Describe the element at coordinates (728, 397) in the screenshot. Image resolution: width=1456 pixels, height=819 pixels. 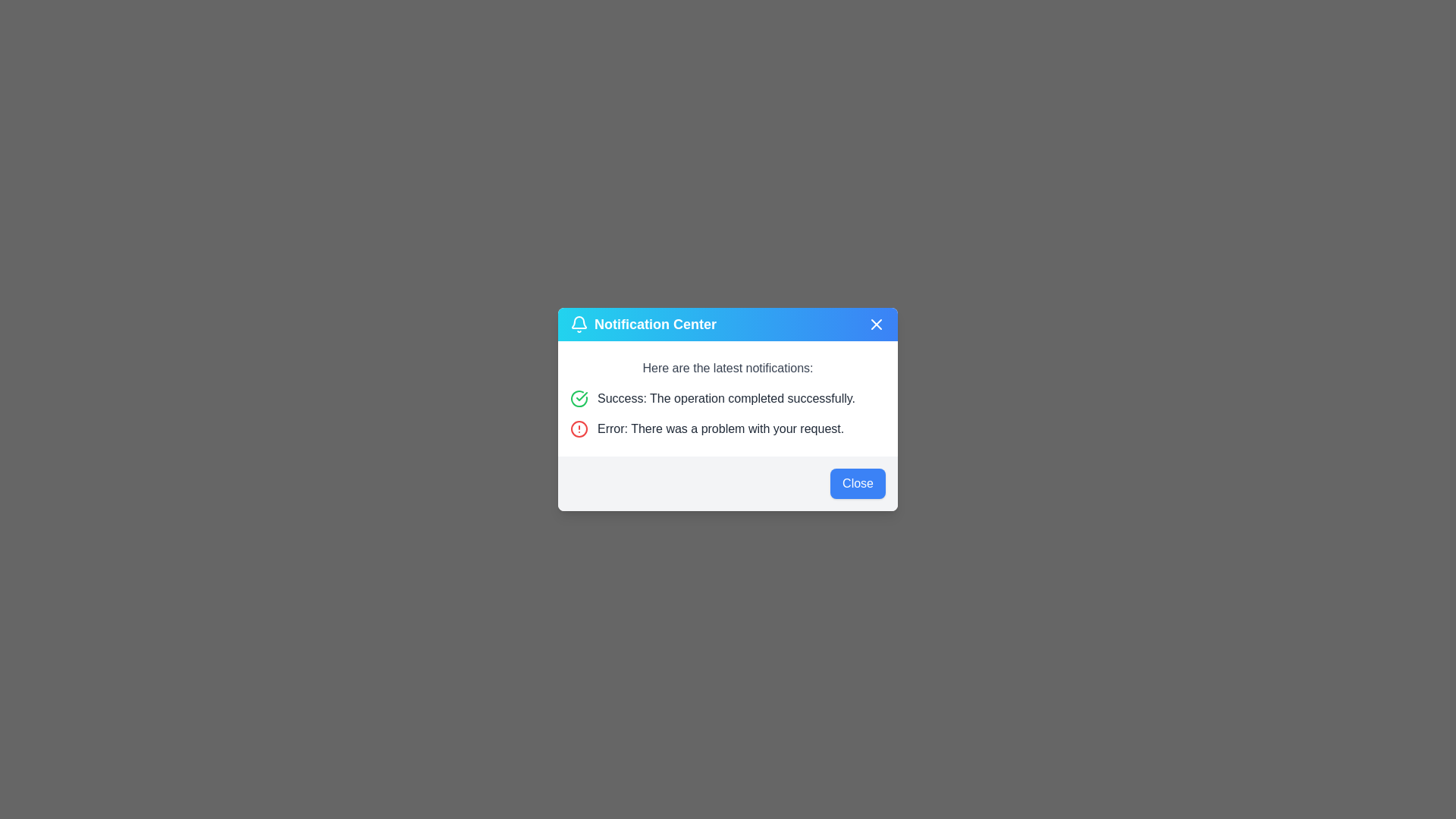
I see `the success message in the notification row that displays 'Success: The operation completed successfully.'` at that location.